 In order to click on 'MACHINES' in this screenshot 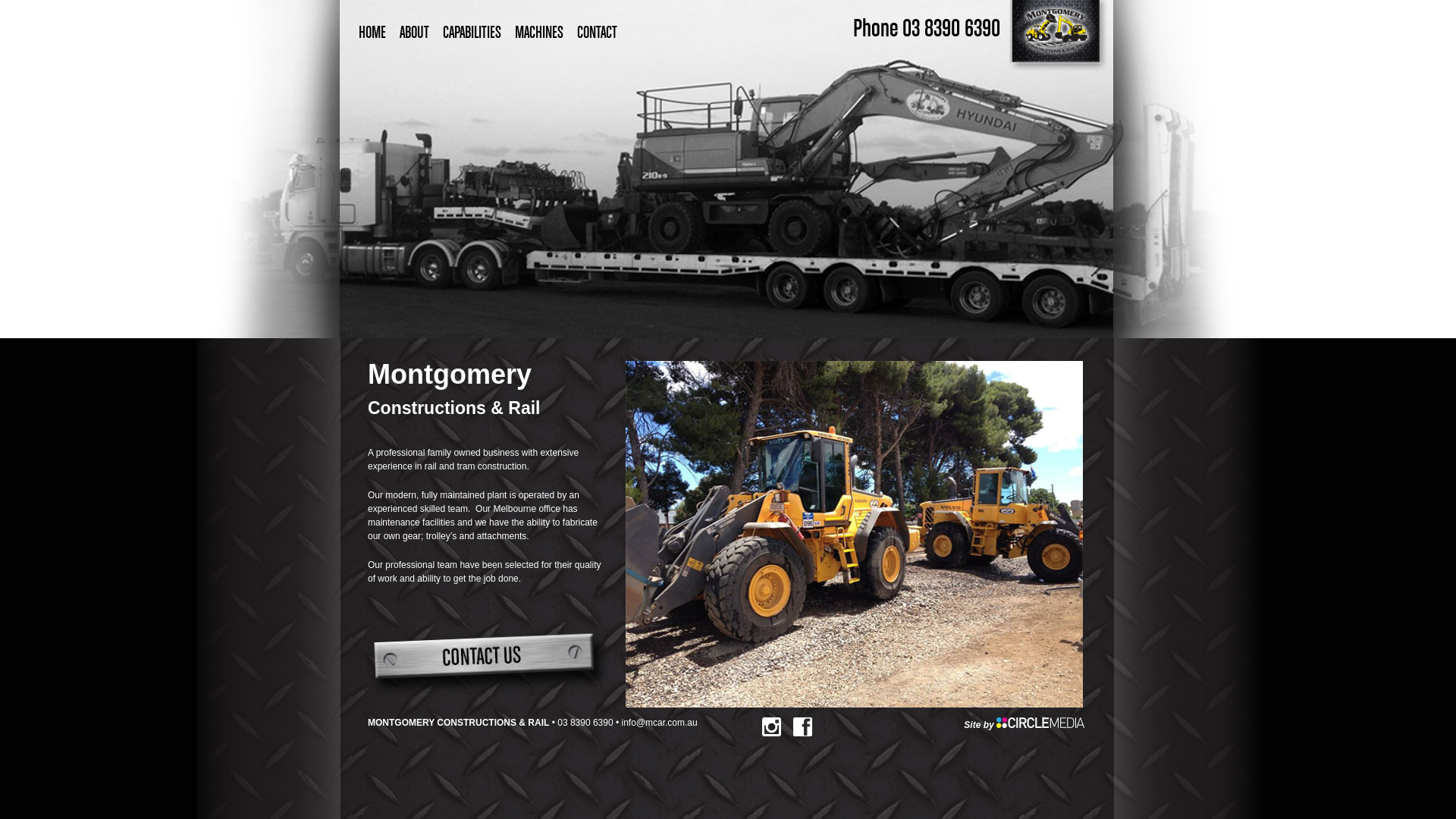, I will do `click(538, 33)`.